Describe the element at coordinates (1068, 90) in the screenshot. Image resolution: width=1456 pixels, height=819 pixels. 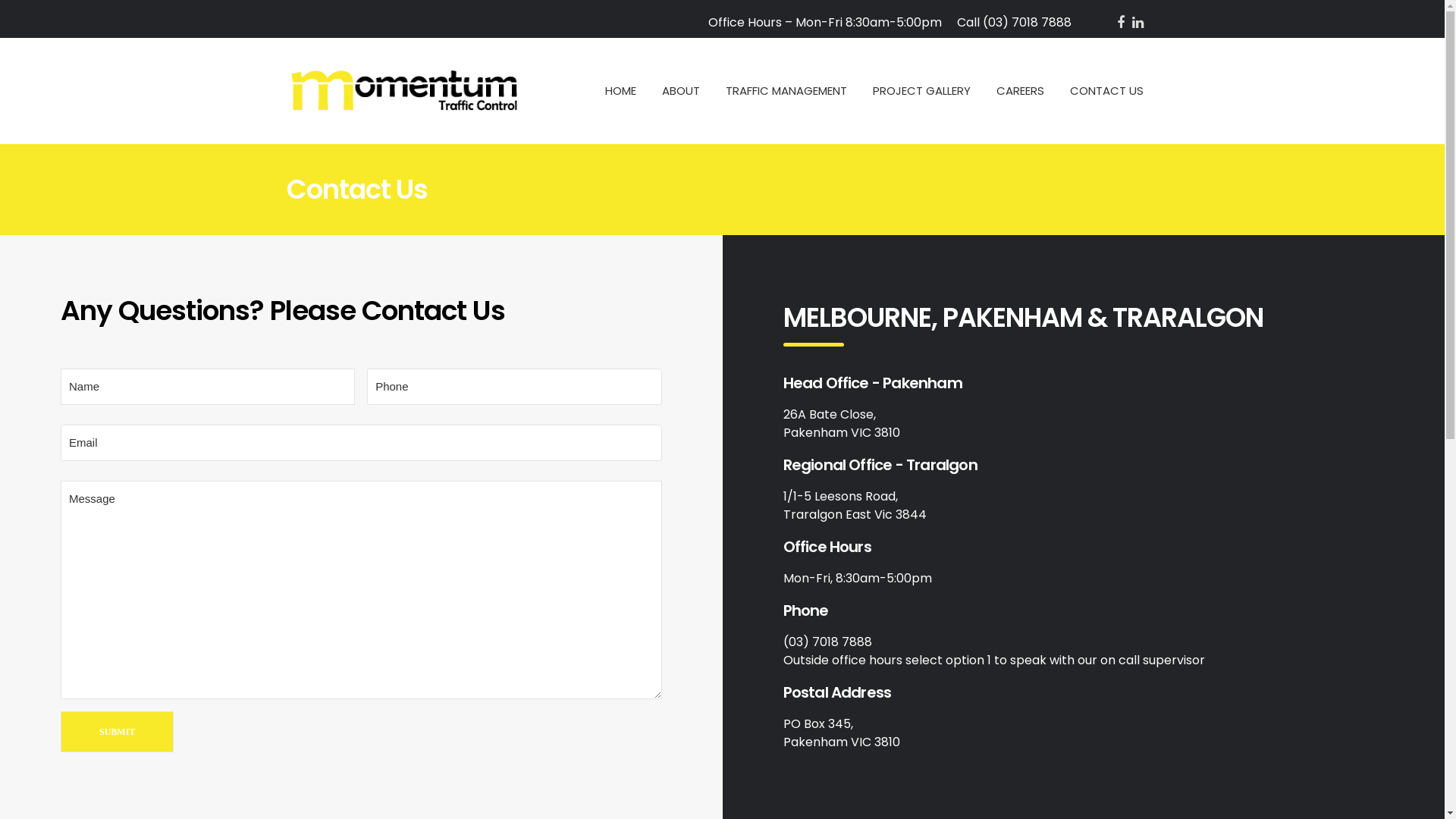
I see `'CONTACT US'` at that location.